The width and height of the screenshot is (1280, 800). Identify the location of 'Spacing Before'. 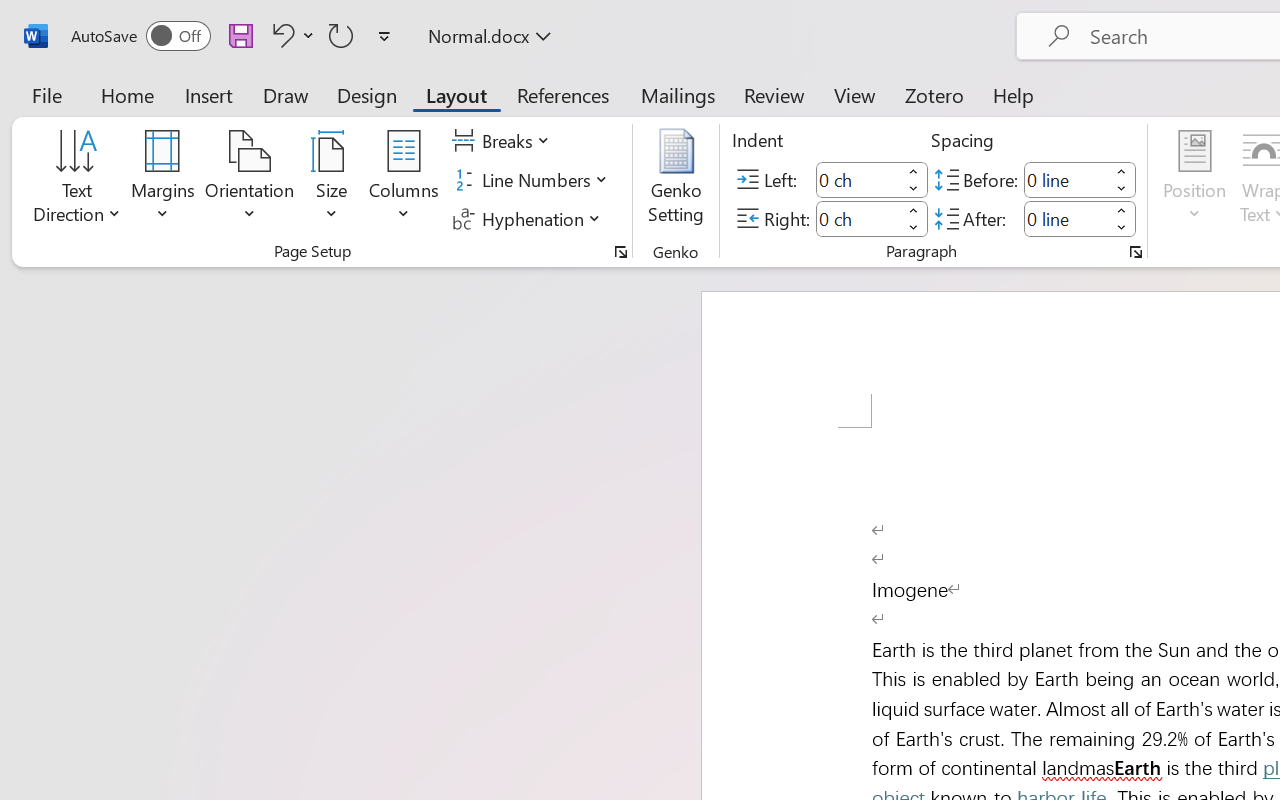
(1065, 178).